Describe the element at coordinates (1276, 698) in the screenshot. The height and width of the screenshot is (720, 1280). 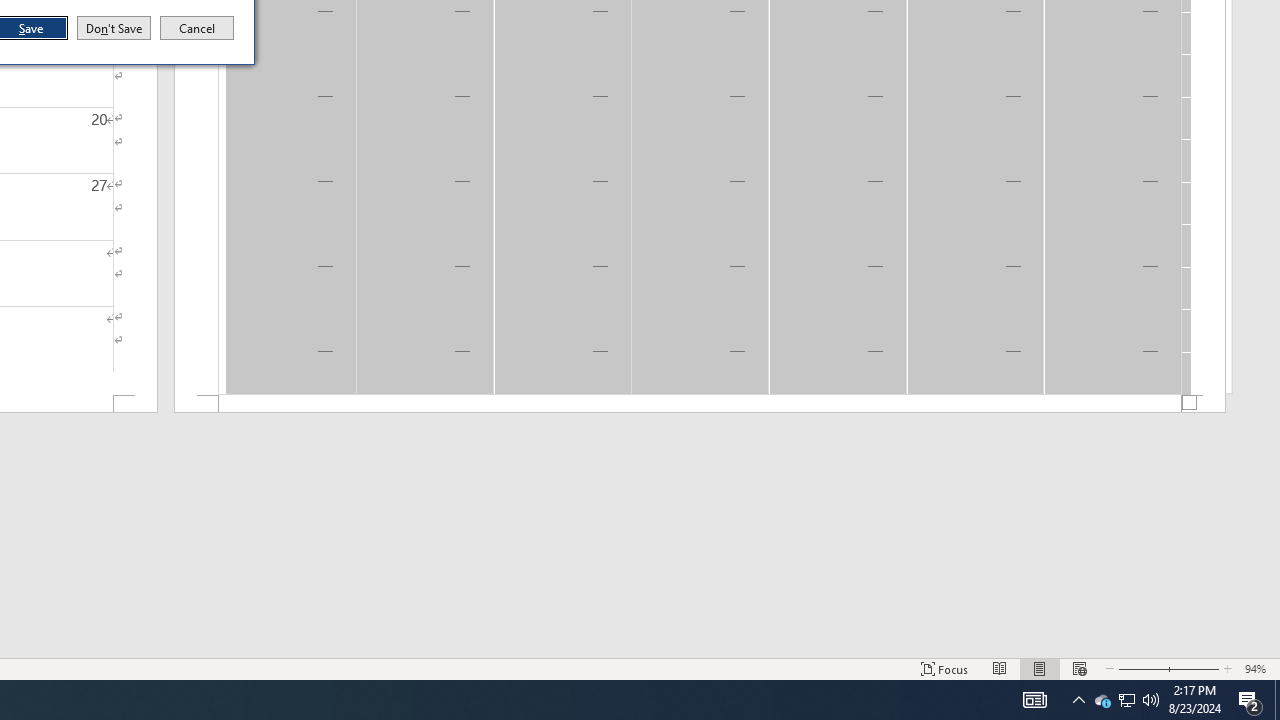
I see `'Show desktop'` at that location.